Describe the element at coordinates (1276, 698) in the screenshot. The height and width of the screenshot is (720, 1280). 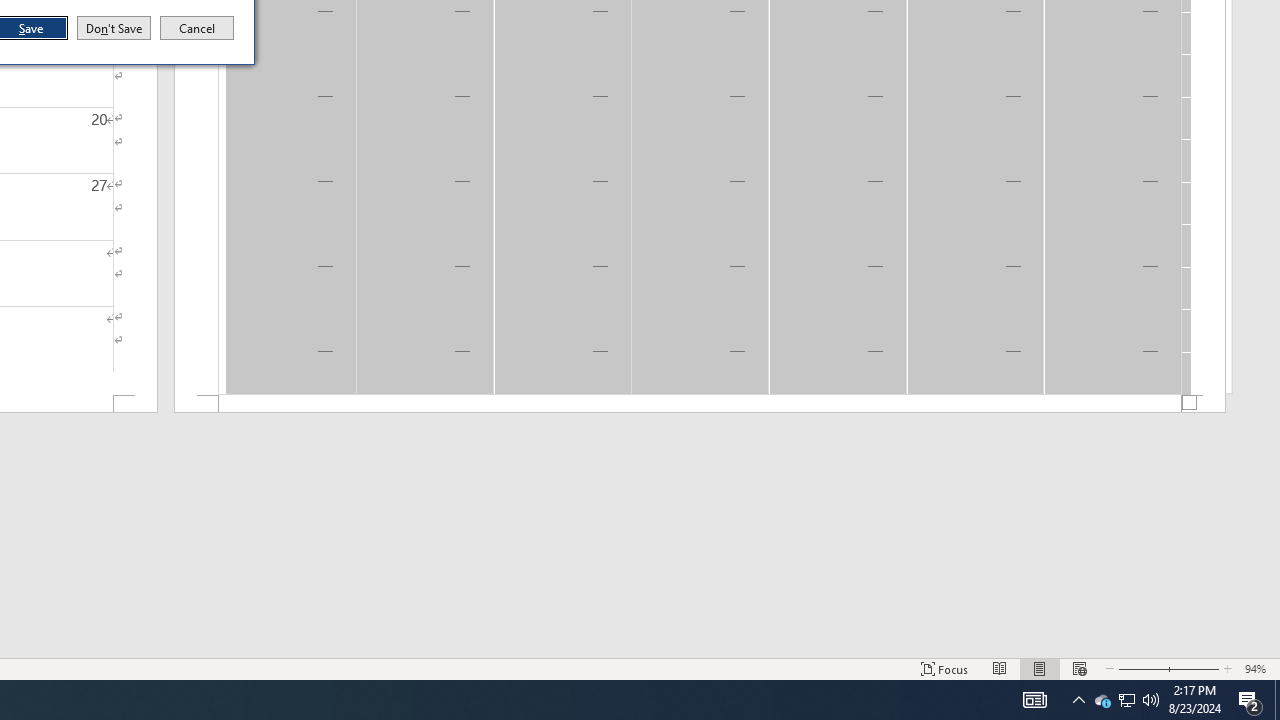
I see `'Show desktop'` at that location.